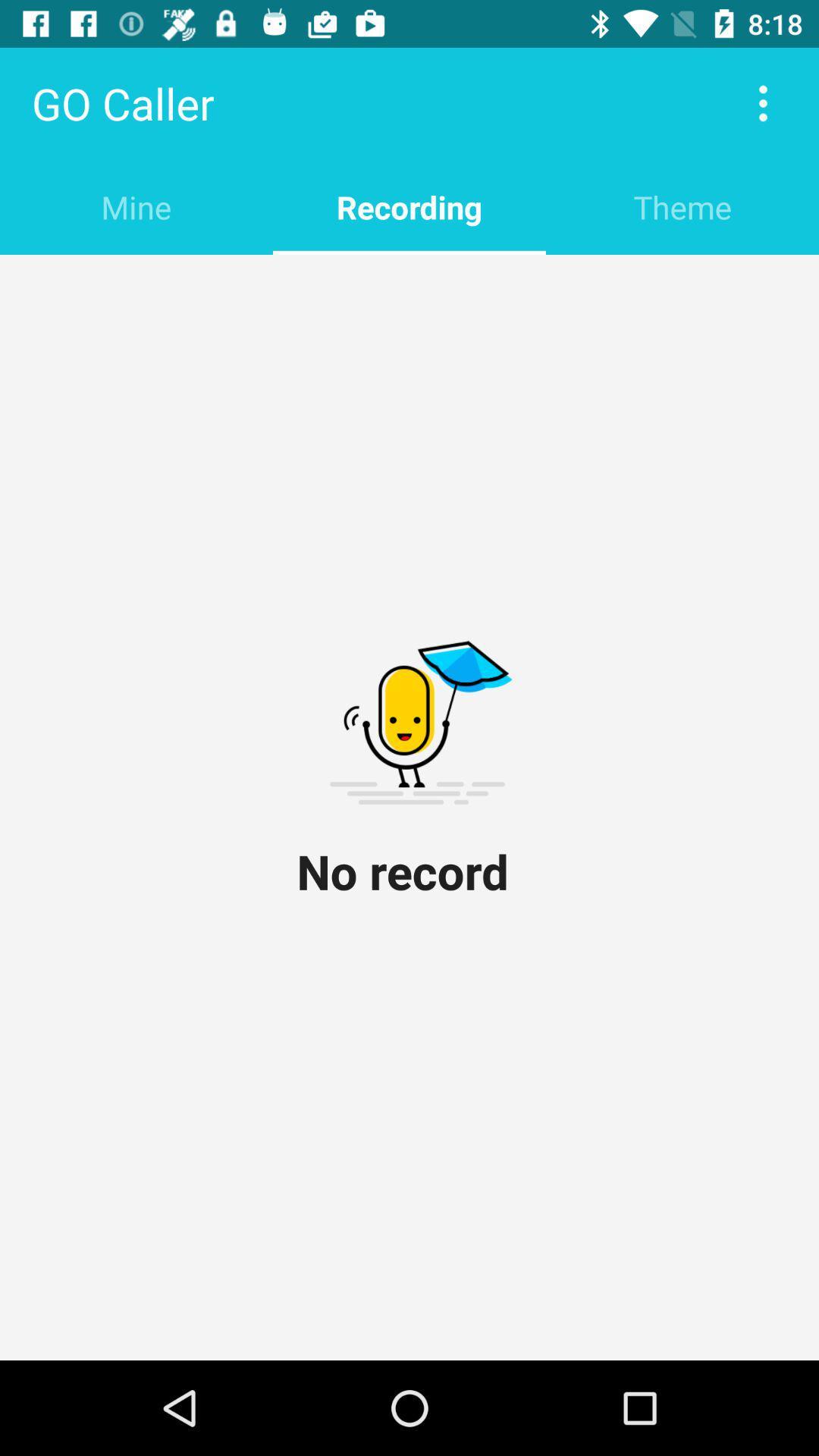  What do you see at coordinates (681, 206) in the screenshot?
I see `icon to the right of the recording` at bounding box center [681, 206].